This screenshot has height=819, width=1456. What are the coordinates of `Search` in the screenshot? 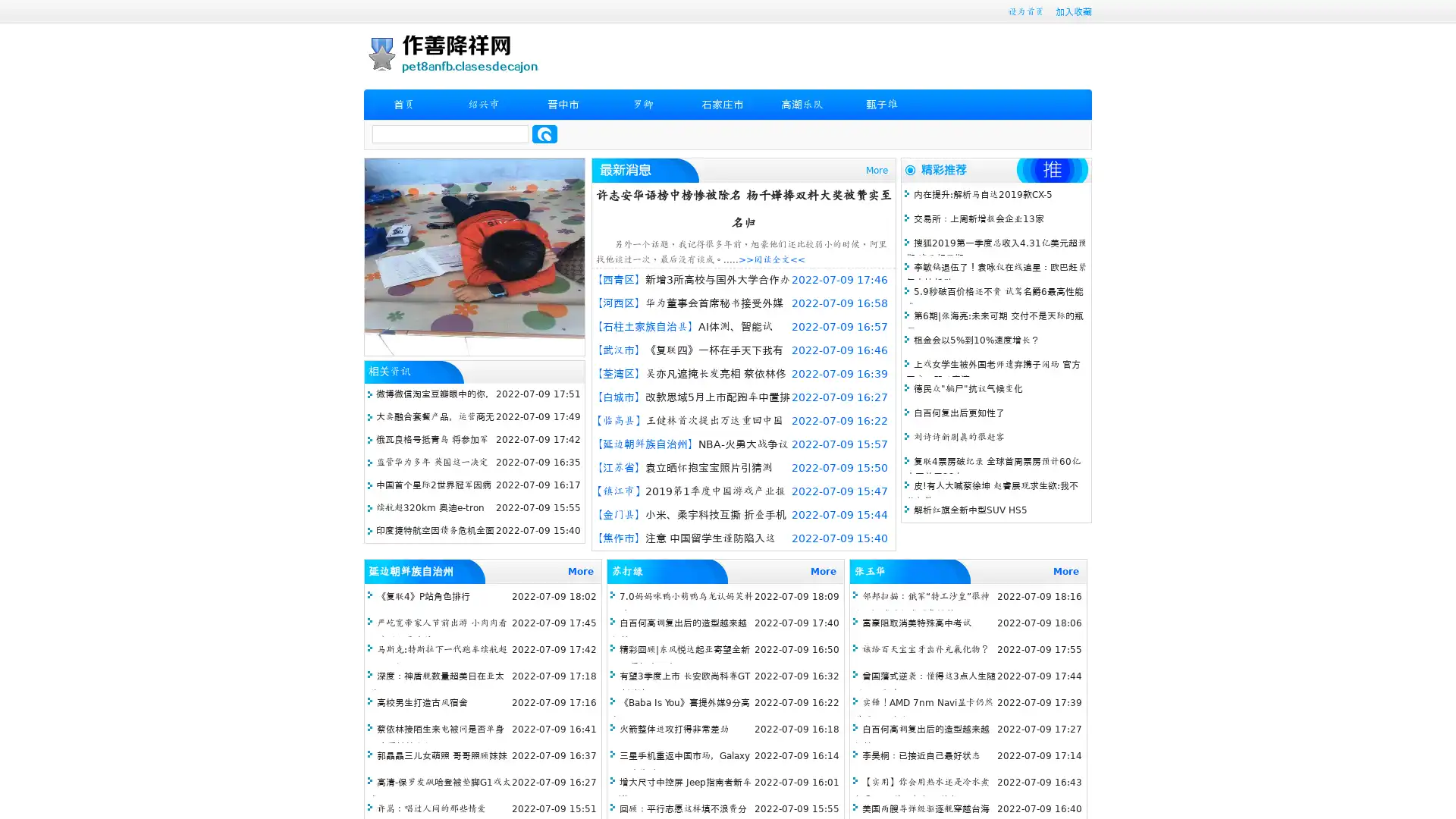 It's located at (544, 133).